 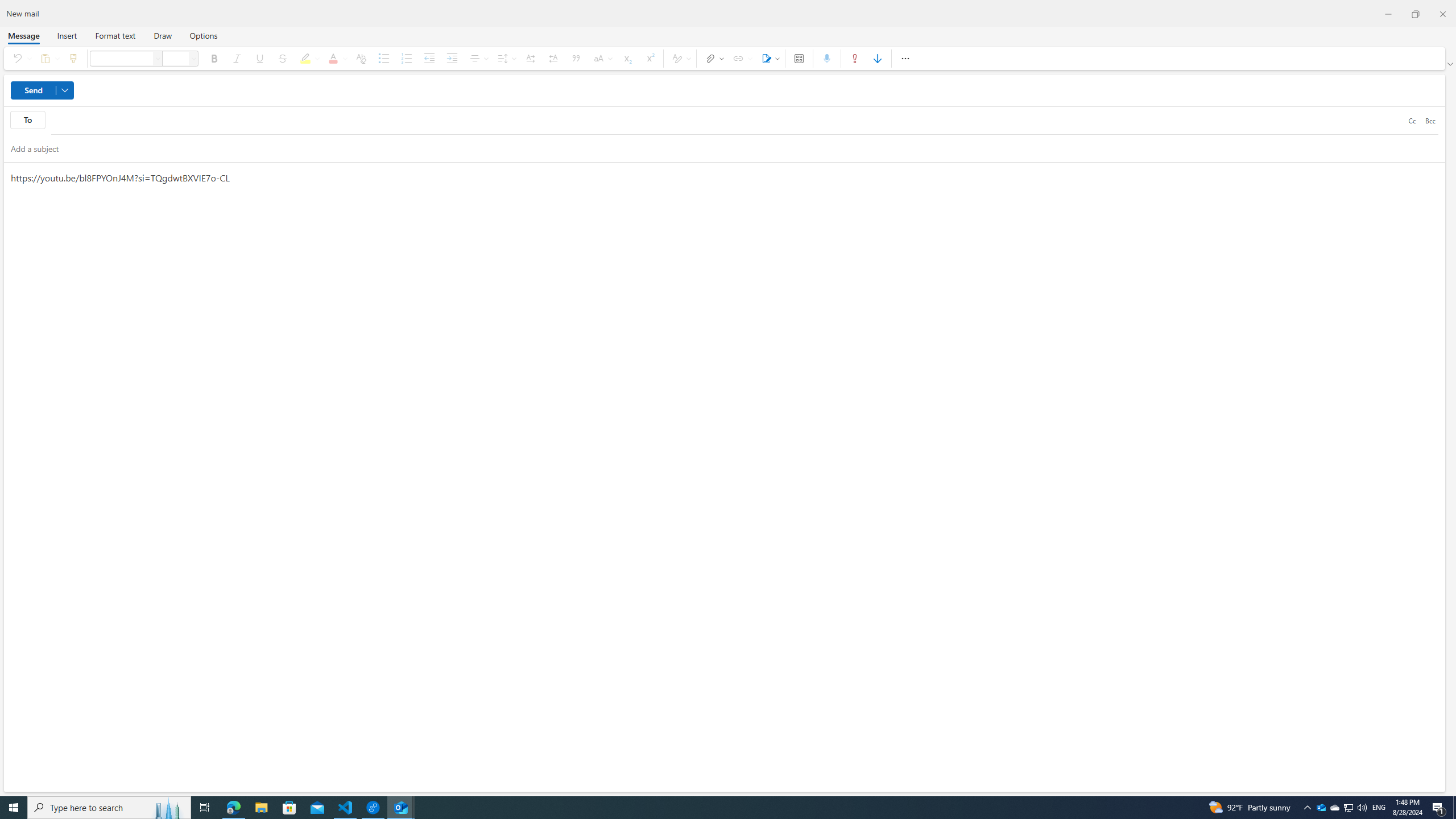 What do you see at coordinates (67, 35) in the screenshot?
I see `'Insert'` at bounding box center [67, 35].